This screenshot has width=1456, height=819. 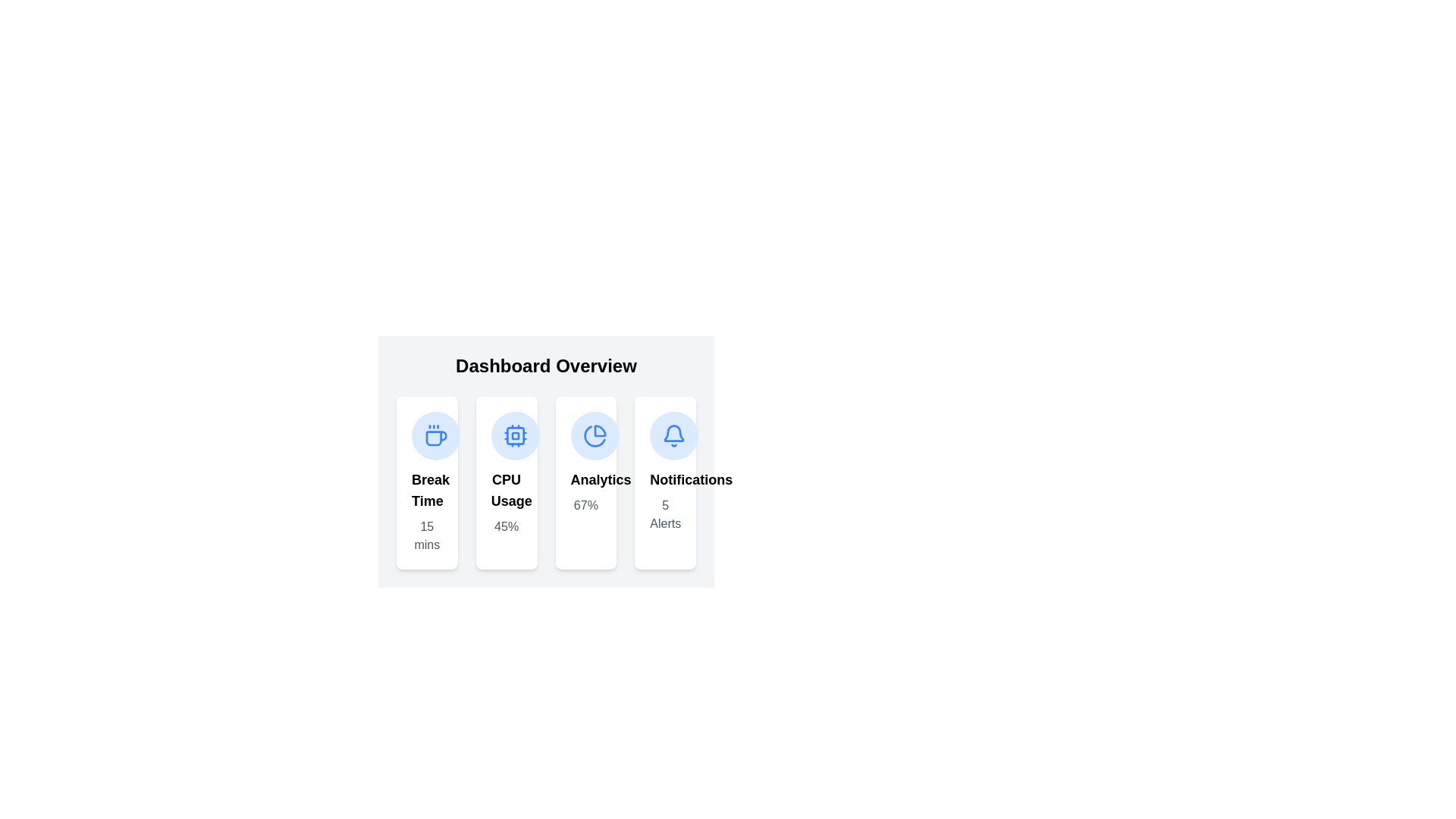 I want to click on text label element that displays 'Analytics' in bold font, which is the third card from the left in a group of four, located under the heading 'Analytics', so click(x=585, y=479).